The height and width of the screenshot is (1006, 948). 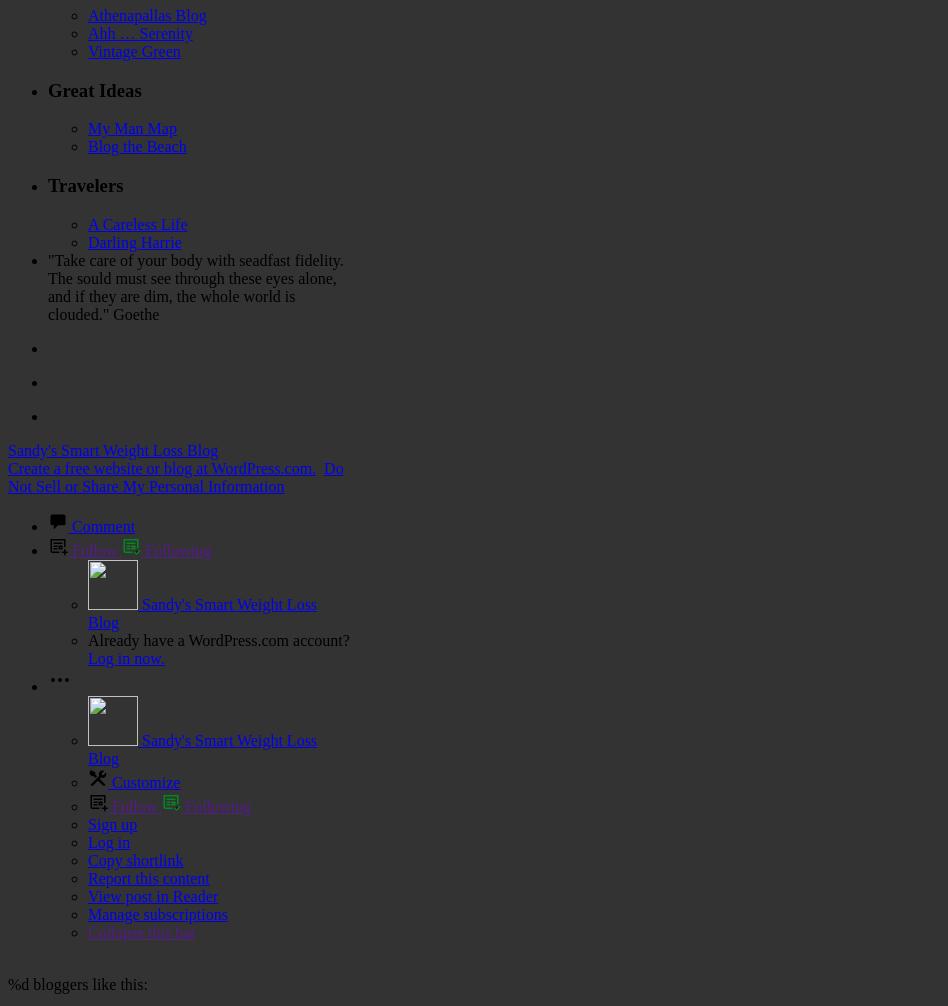 What do you see at coordinates (103, 525) in the screenshot?
I see `'Comment'` at bounding box center [103, 525].